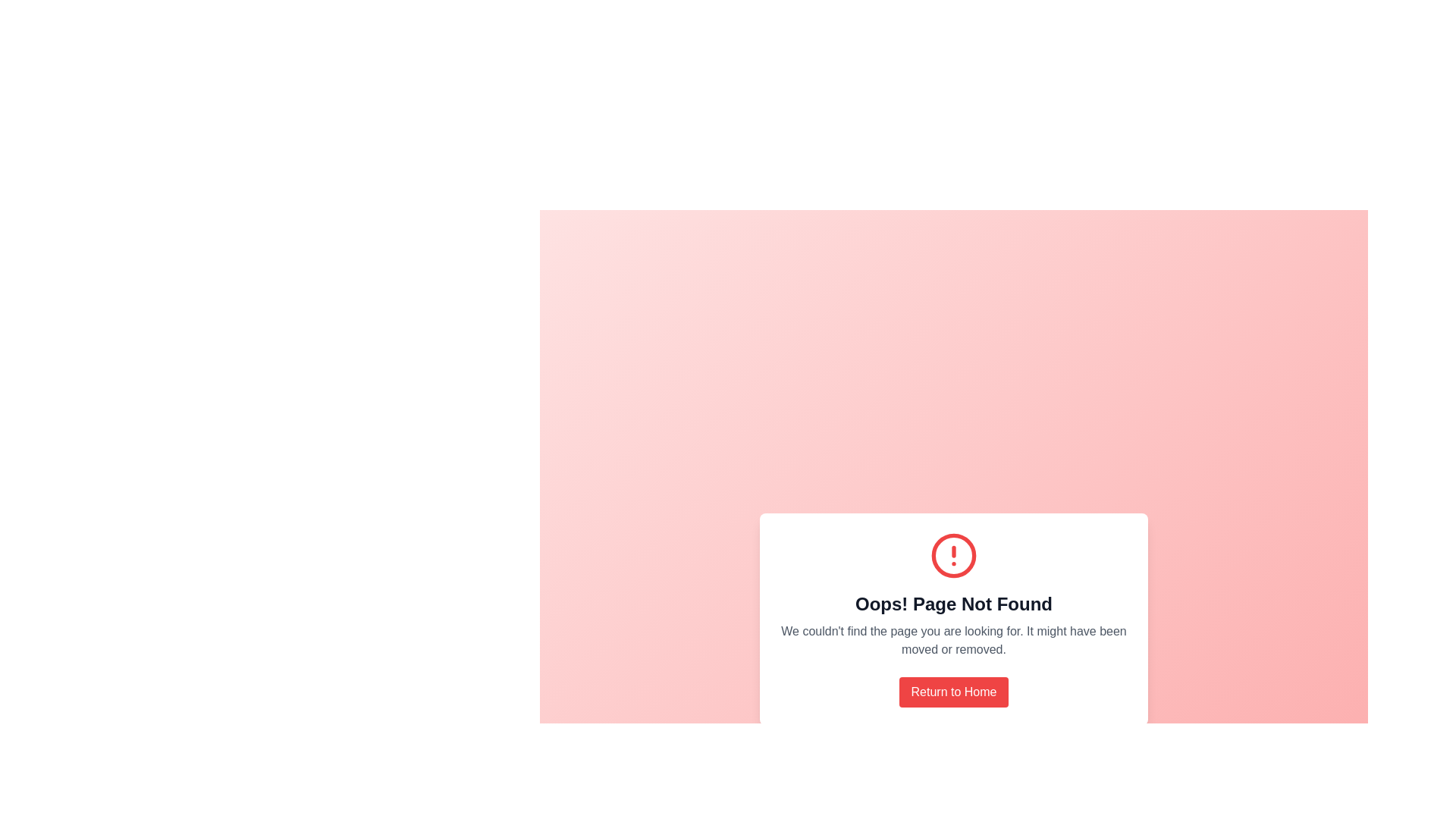 This screenshot has width=1456, height=819. I want to click on the alert/error icon that is centrally placed above the title text 'Oops! Page Not Found', so click(952, 555).